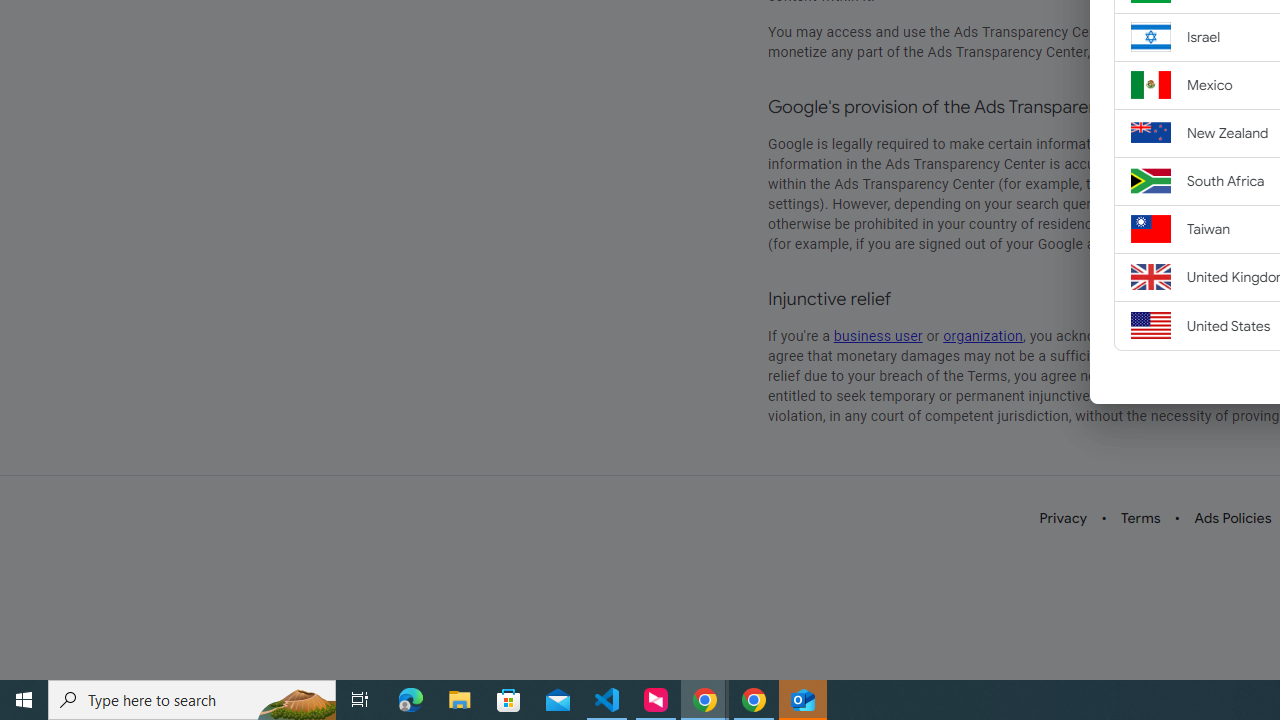 Image resolution: width=1280 pixels, height=720 pixels. Describe the element at coordinates (983, 335) in the screenshot. I see `'organization'` at that location.